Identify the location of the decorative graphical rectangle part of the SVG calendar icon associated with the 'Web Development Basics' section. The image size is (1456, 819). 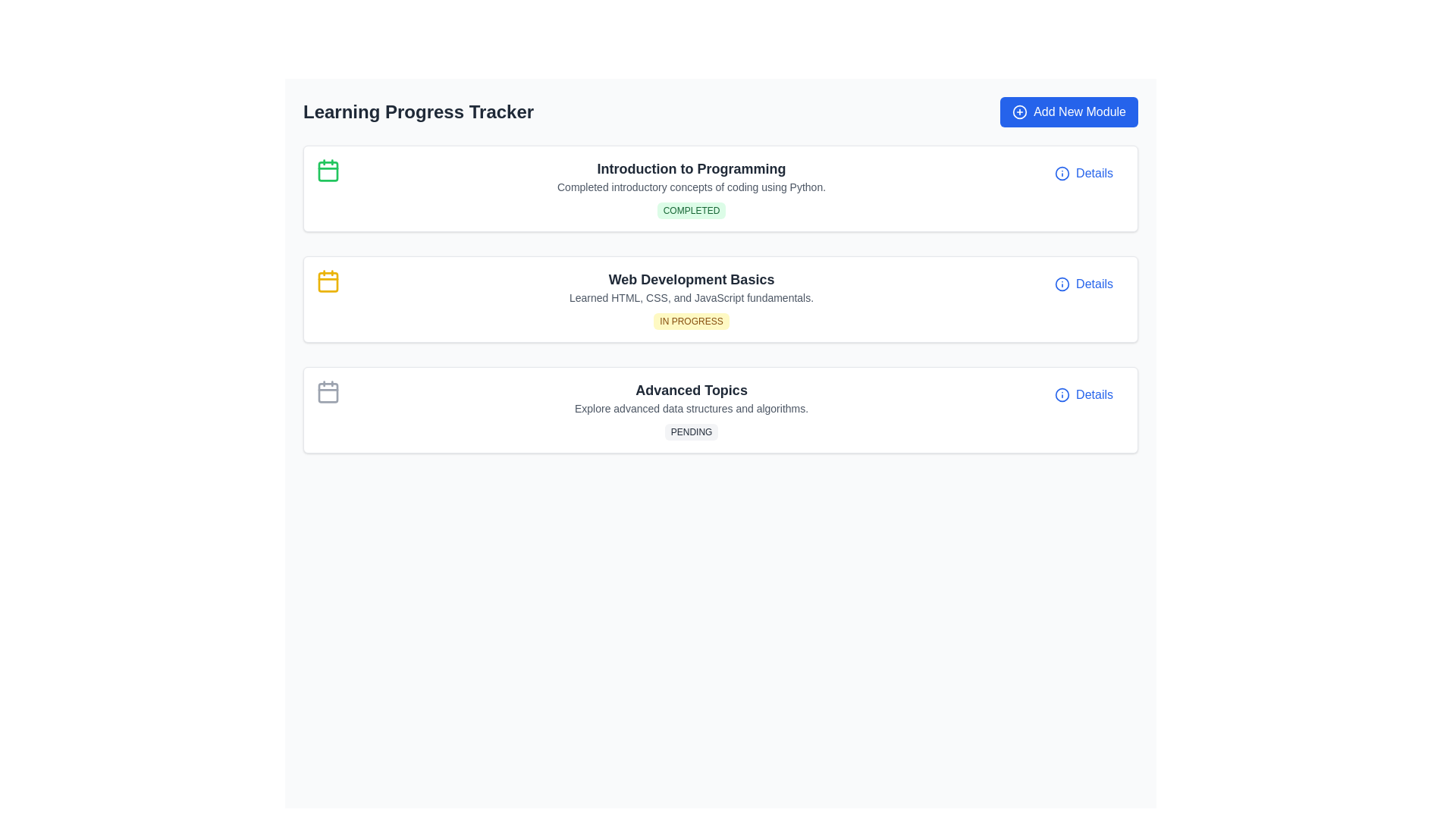
(327, 281).